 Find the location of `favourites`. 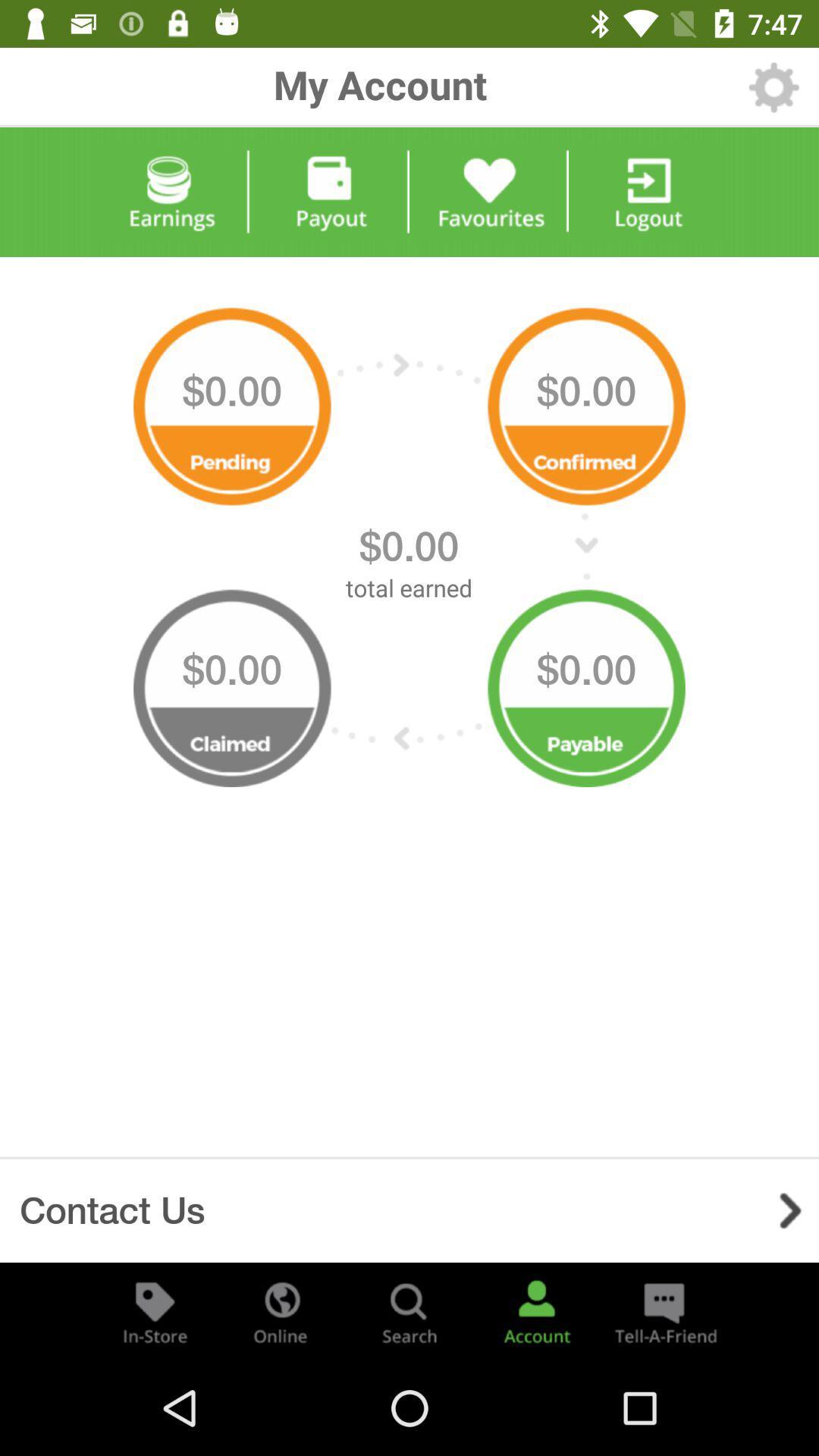

favourites is located at coordinates (488, 191).